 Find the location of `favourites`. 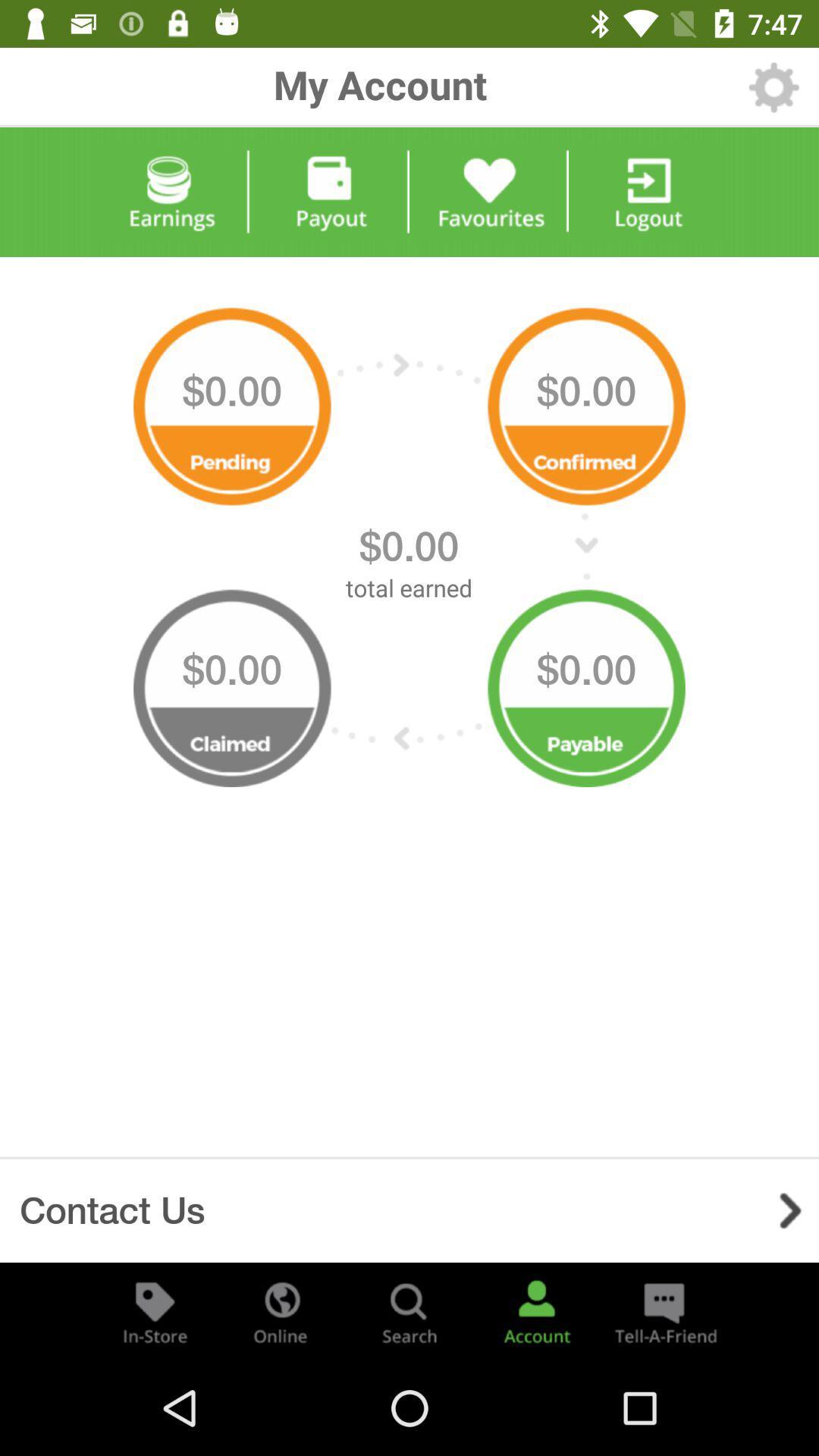

favourites is located at coordinates (488, 191).